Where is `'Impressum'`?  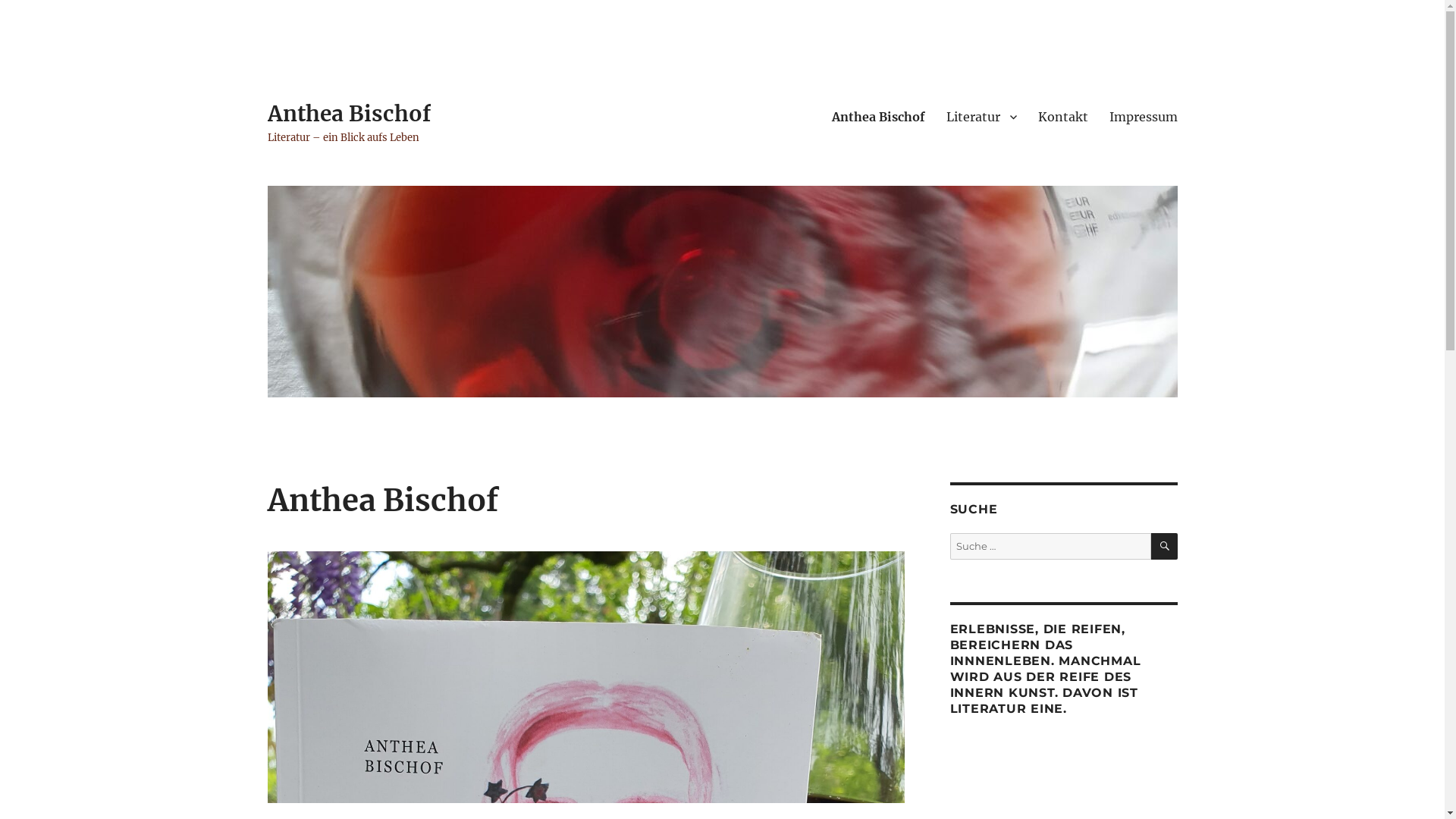 'Impressum' is located at coordinates (1143, 116).